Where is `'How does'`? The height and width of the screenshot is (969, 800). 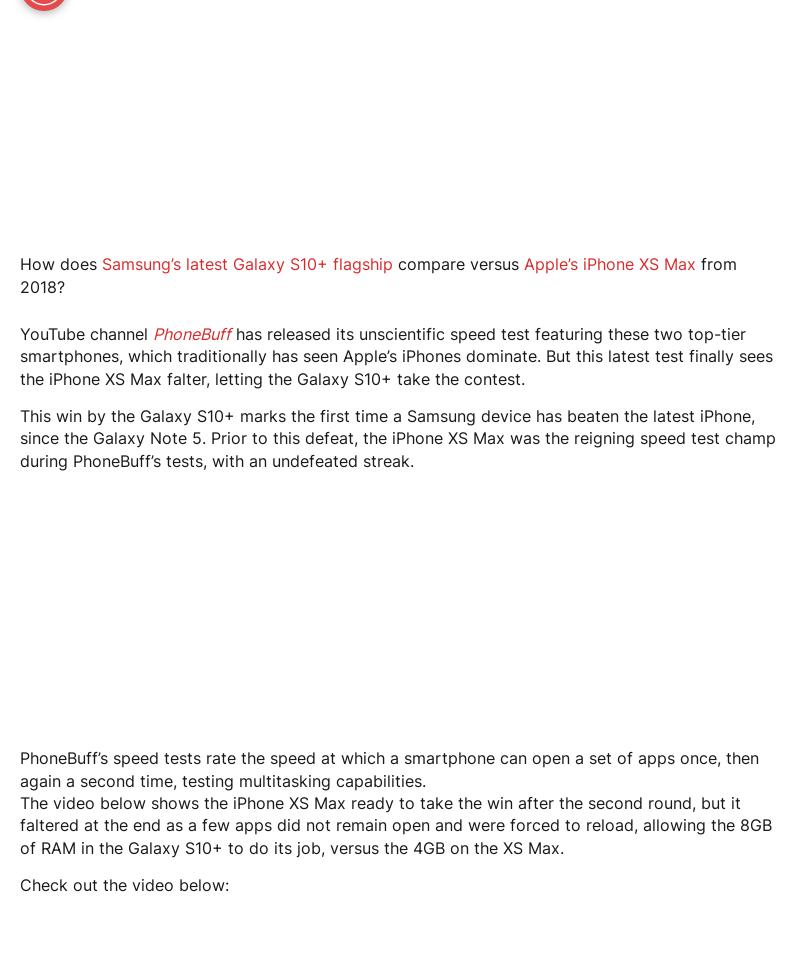
'How does' is located at coordinates (59, 262).